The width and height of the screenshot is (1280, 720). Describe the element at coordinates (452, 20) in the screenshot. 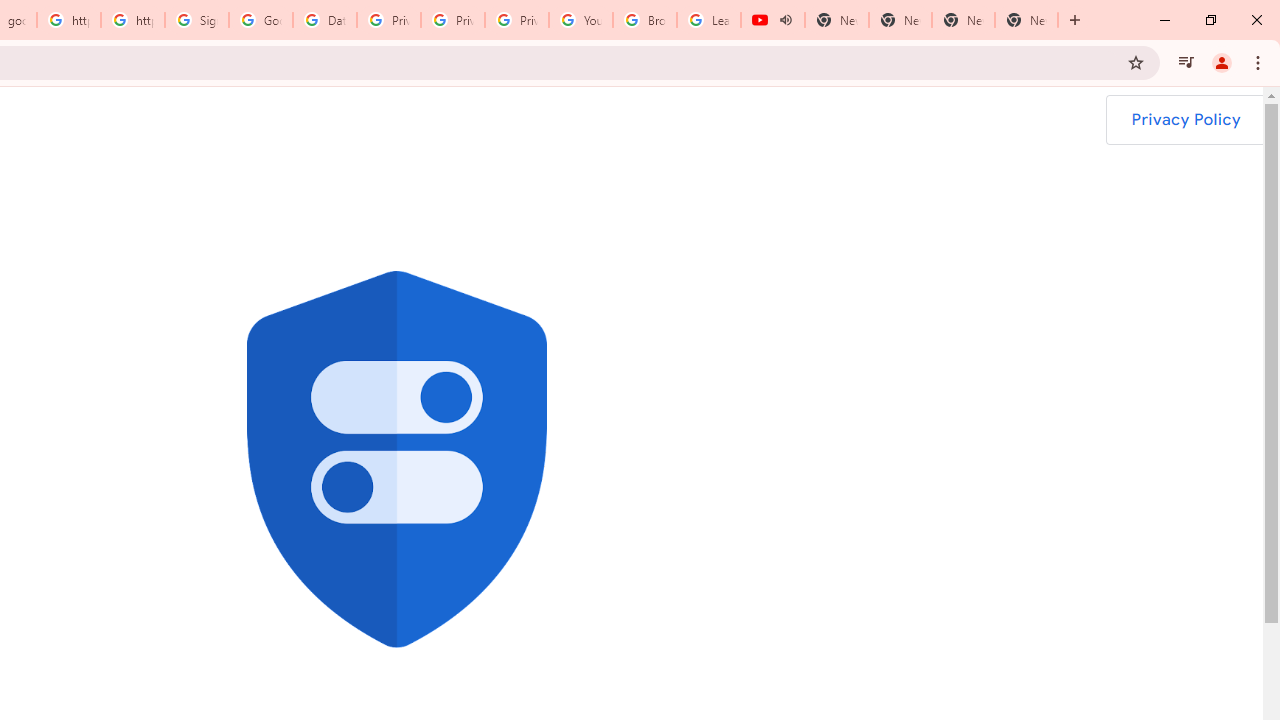

I see `'Privacy Help Center - Policies Help'` at that location.